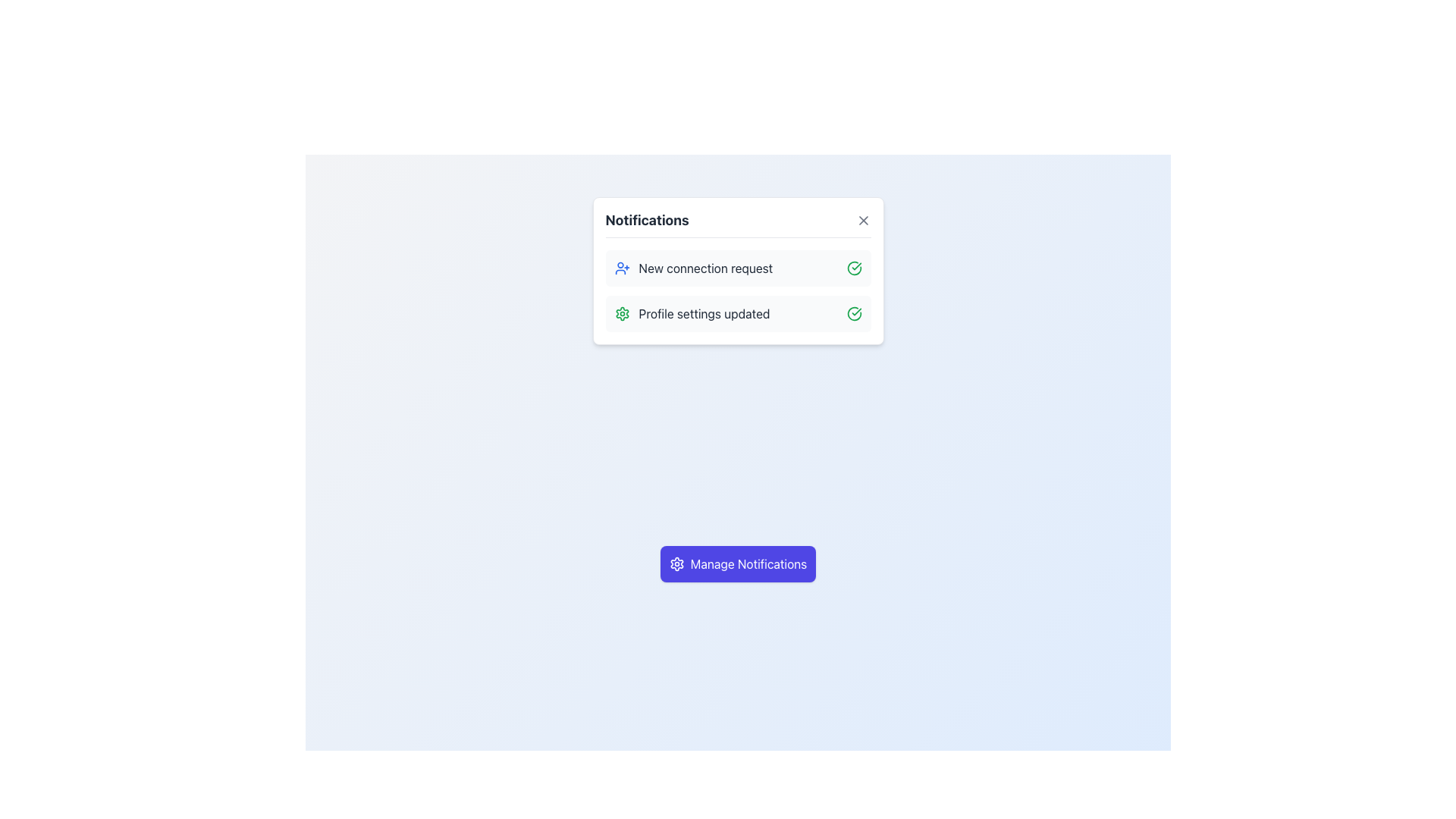 Image resolution: width=1456 pixels, height=819 pixels. What do you see at coordinates (863, 220) in the screenshot?
I see `the close button icon located in the top-right corner of the notification box` at bounding box center [863, 220].